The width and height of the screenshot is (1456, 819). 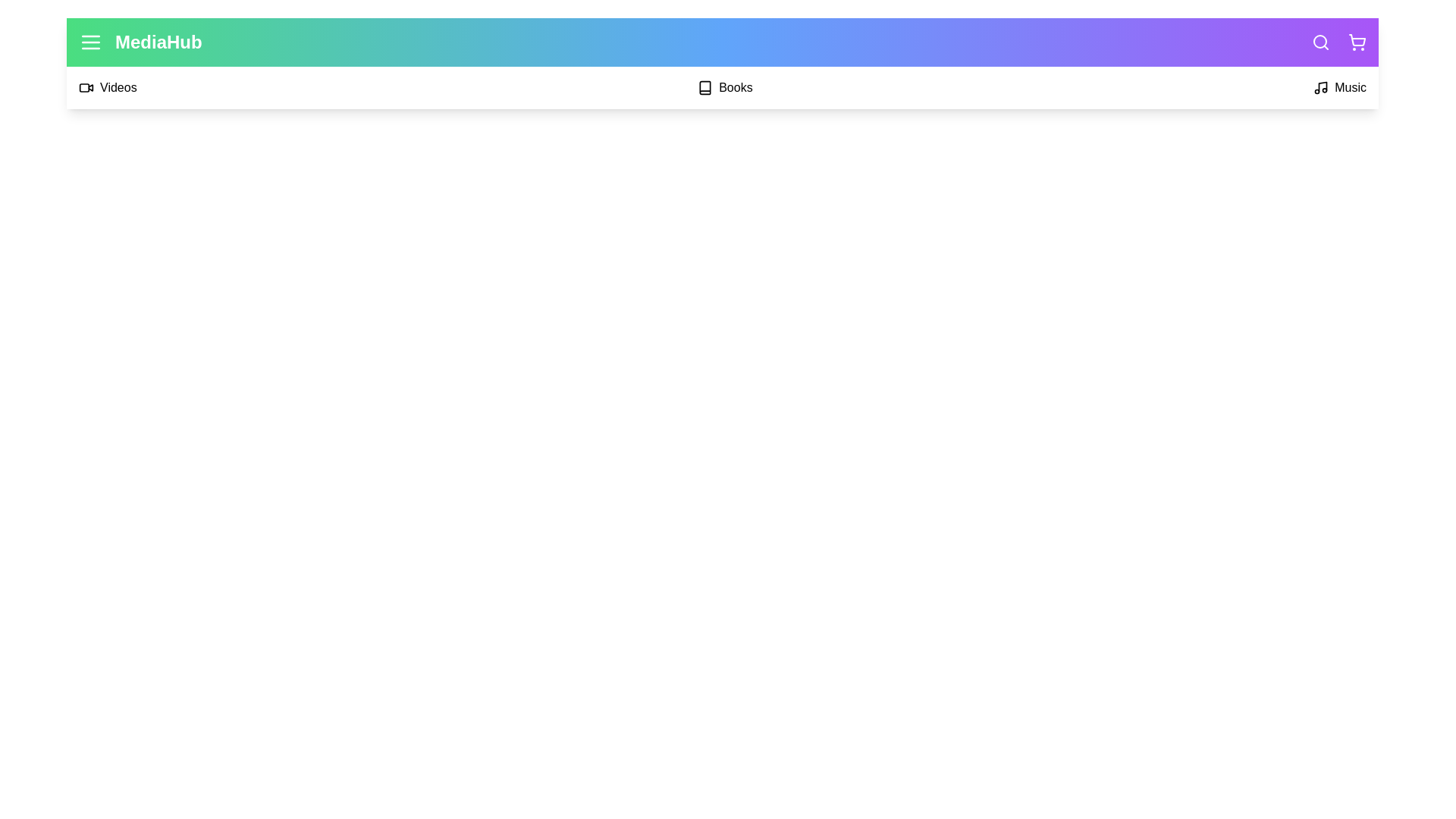 I want to click on the menu icon to toggle the menu visibility, so click(x=90, y=42).